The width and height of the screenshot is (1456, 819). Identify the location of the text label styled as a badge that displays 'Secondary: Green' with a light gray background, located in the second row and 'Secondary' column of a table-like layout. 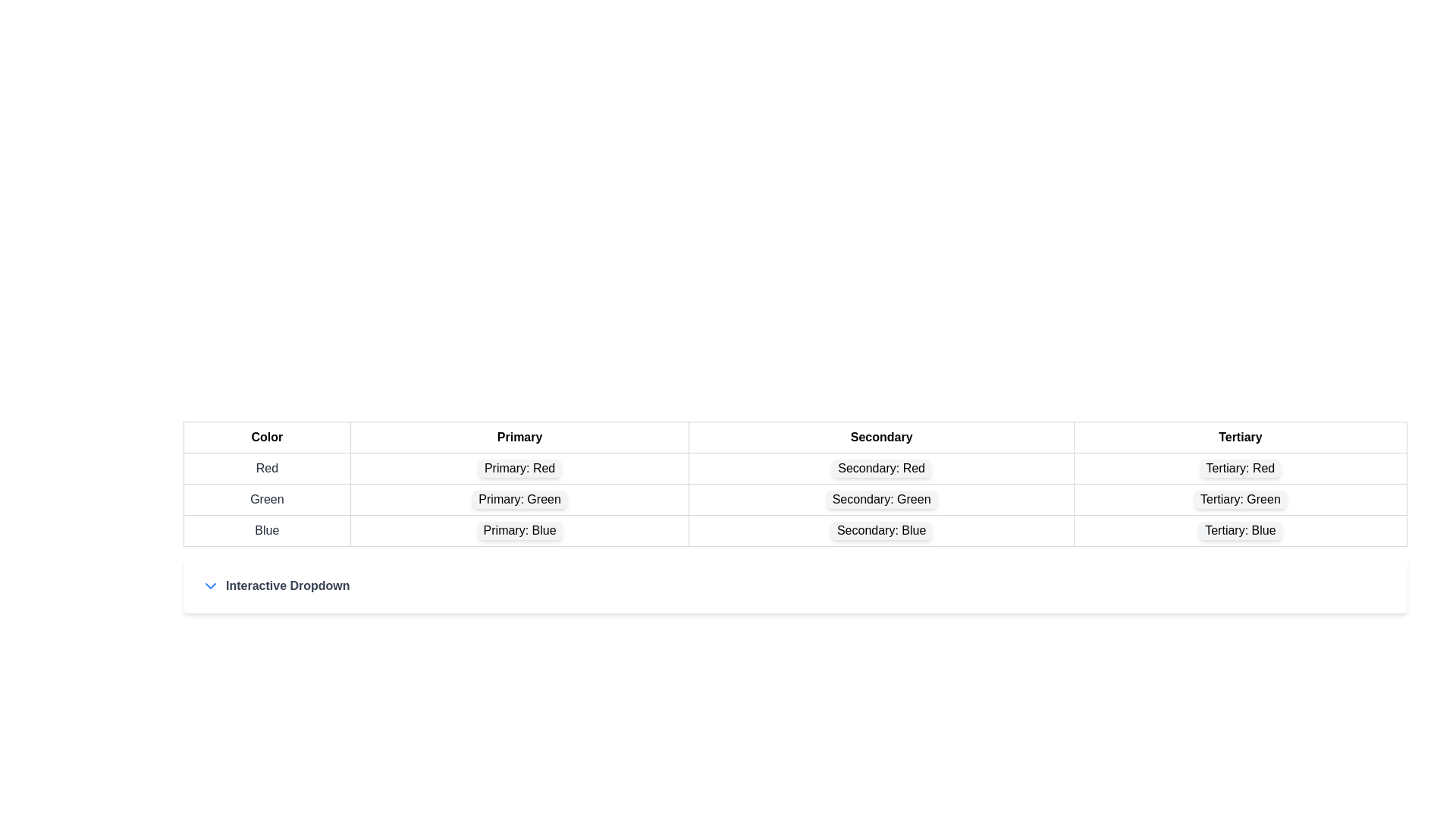
(881, 500).